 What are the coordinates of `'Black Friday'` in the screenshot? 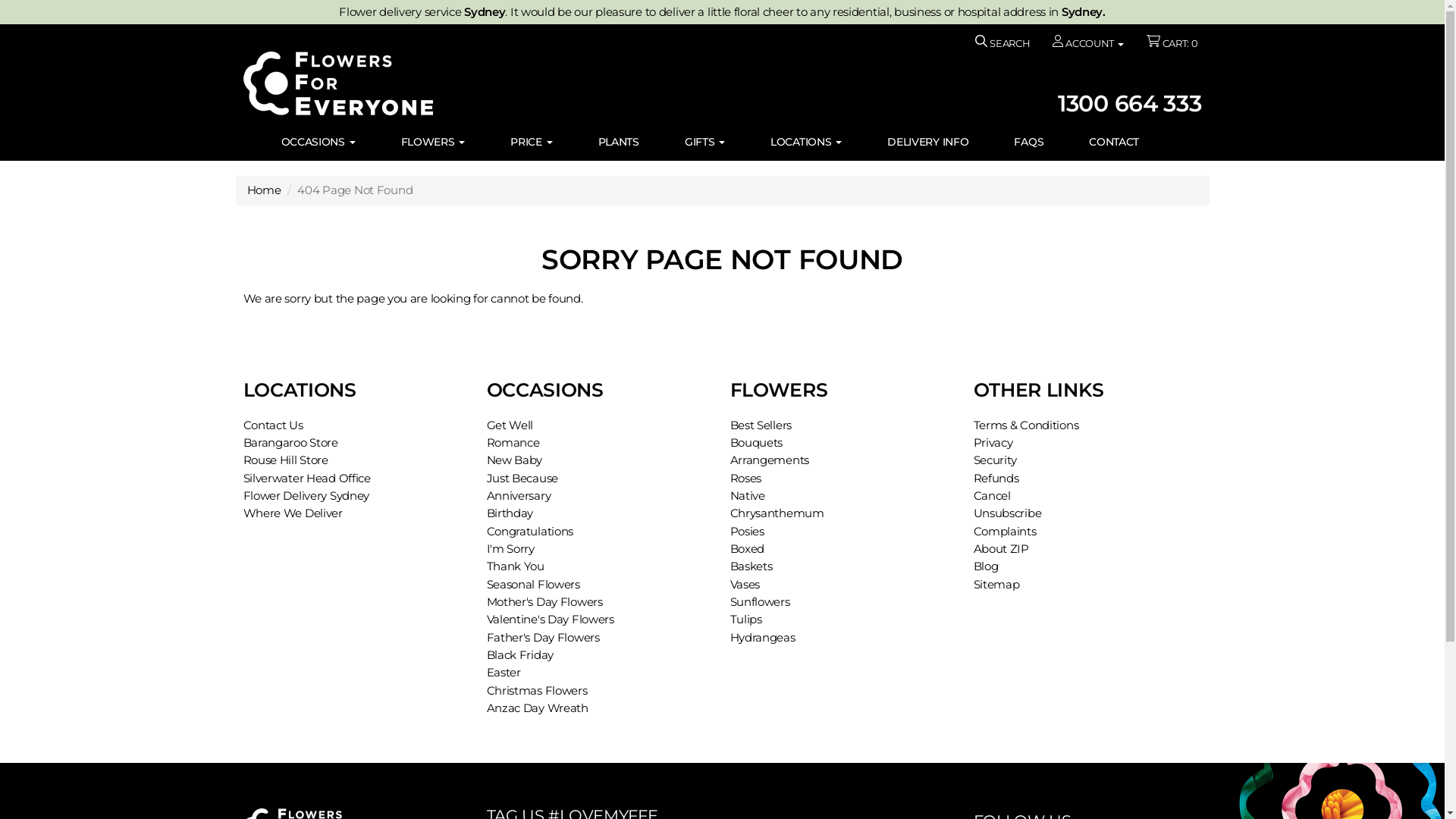 It's located at (487, 654).